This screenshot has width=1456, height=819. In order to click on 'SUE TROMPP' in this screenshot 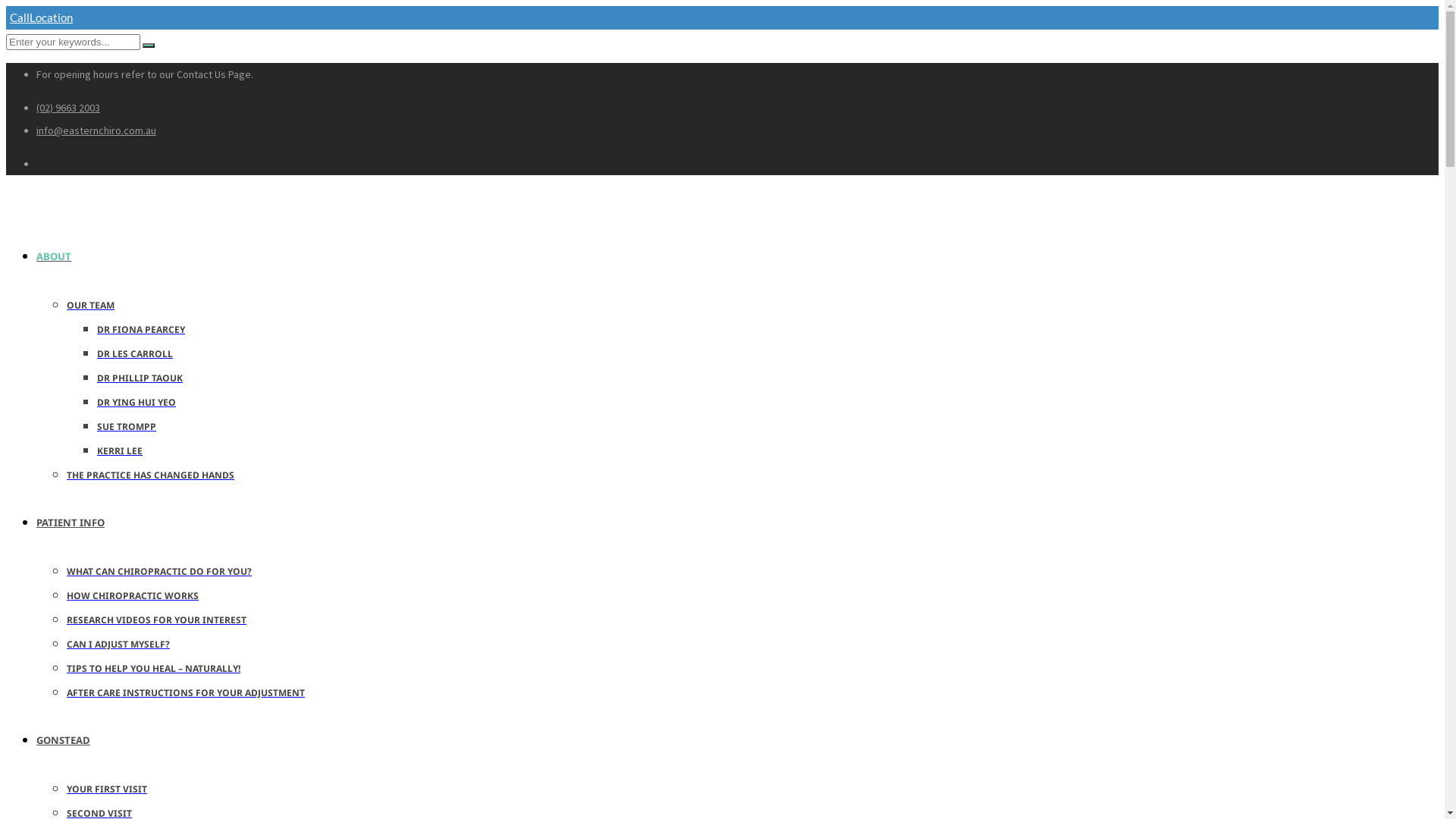, I will do `click(127, 426)`.